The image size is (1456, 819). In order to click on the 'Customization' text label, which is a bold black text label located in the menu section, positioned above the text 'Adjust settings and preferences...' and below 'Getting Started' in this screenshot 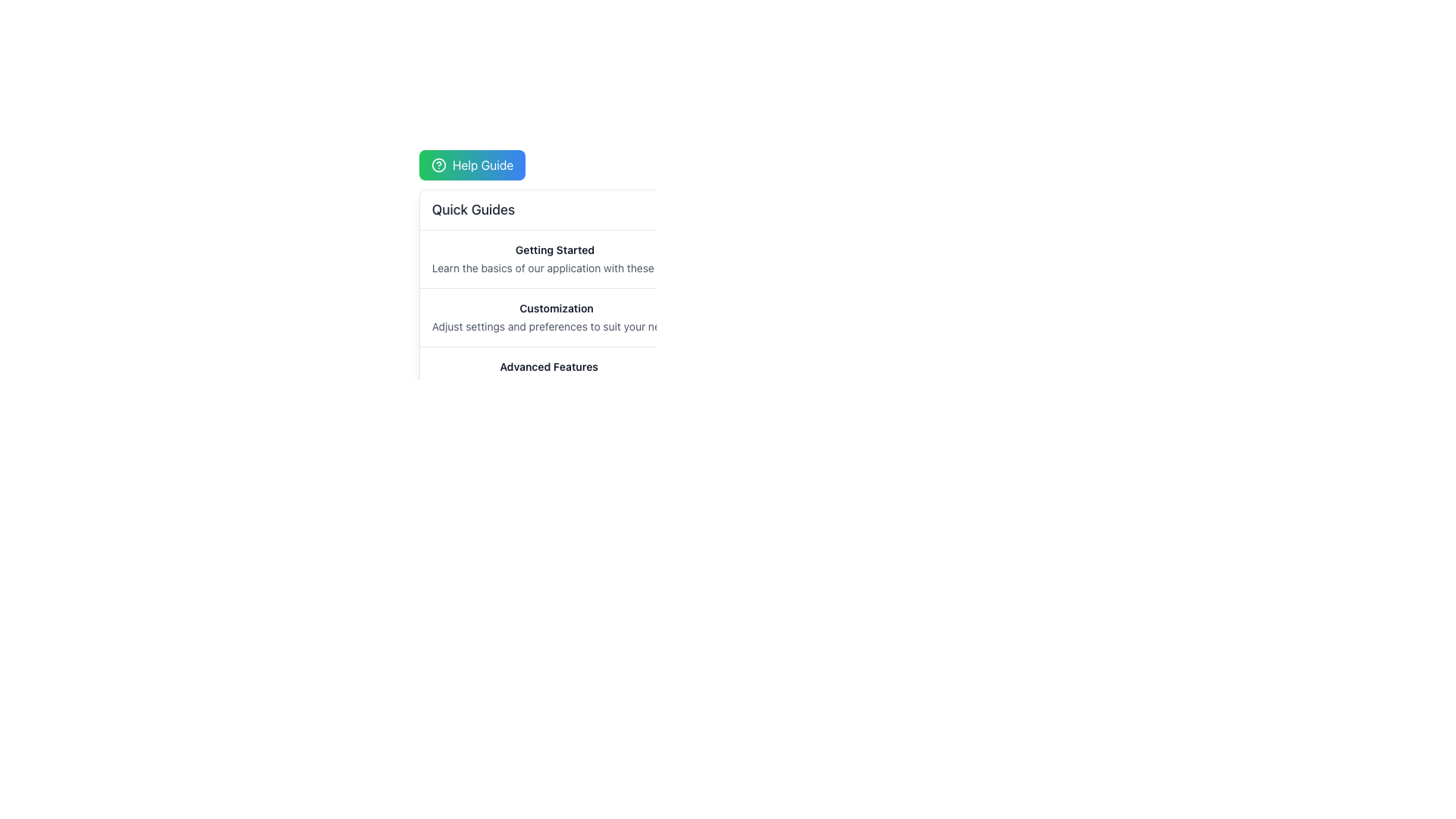, I will do `click(556, 308)`.